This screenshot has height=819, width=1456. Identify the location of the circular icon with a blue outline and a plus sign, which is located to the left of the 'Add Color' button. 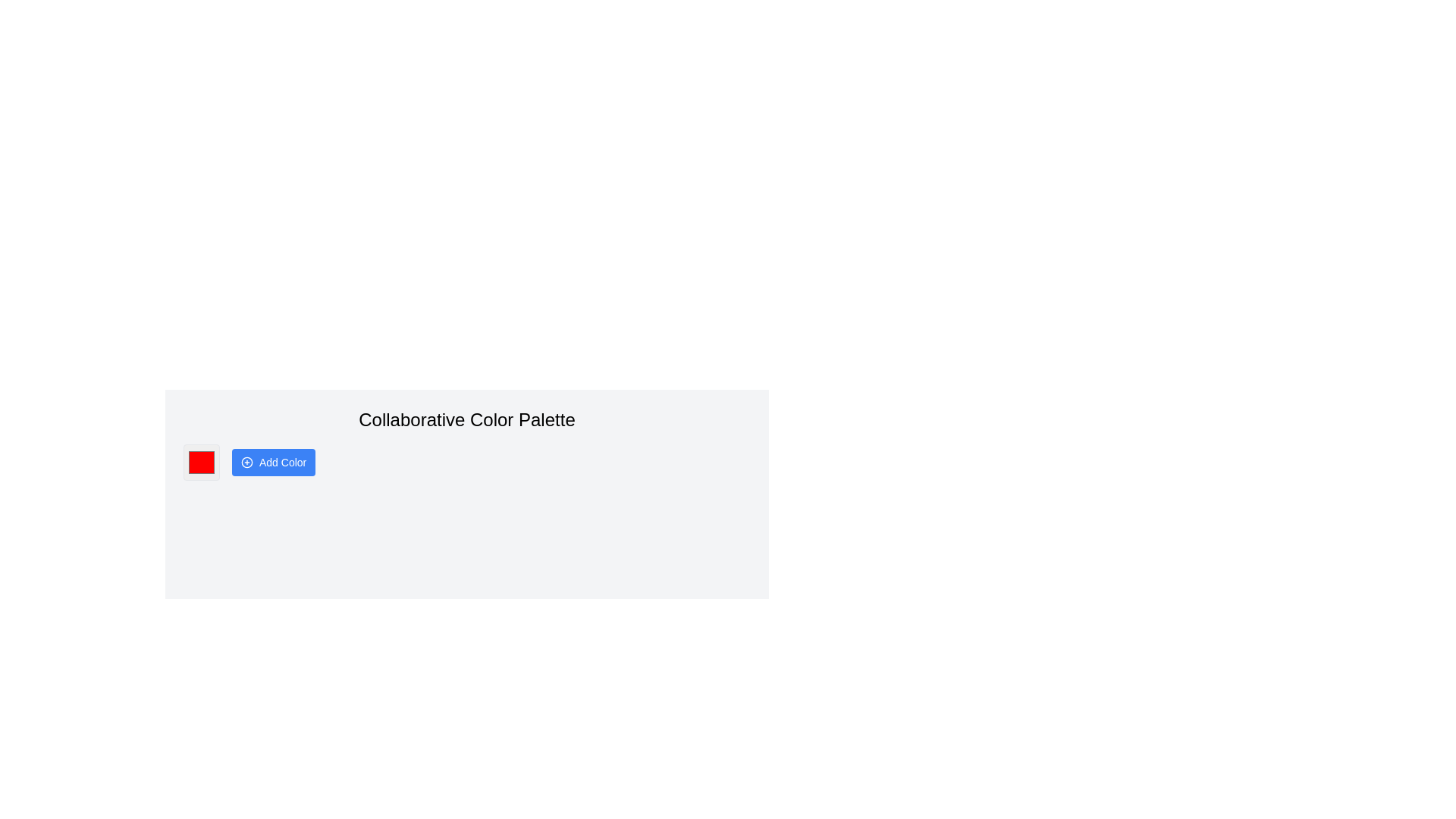
(247, 461).